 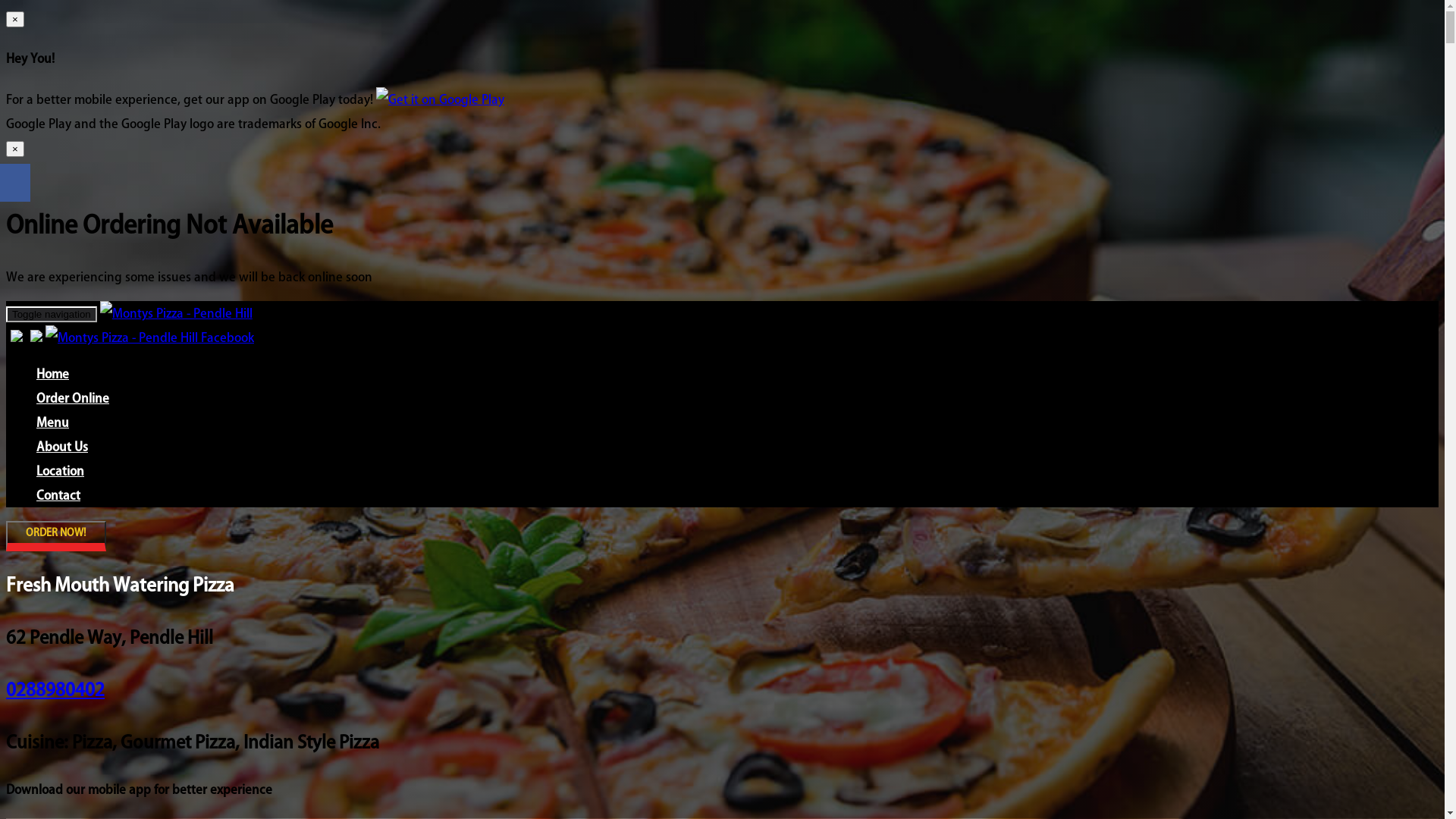 What do you see at coordinates (60, 470) in the screenshot?
I see `'Location'` at bounding box center [60, 470].